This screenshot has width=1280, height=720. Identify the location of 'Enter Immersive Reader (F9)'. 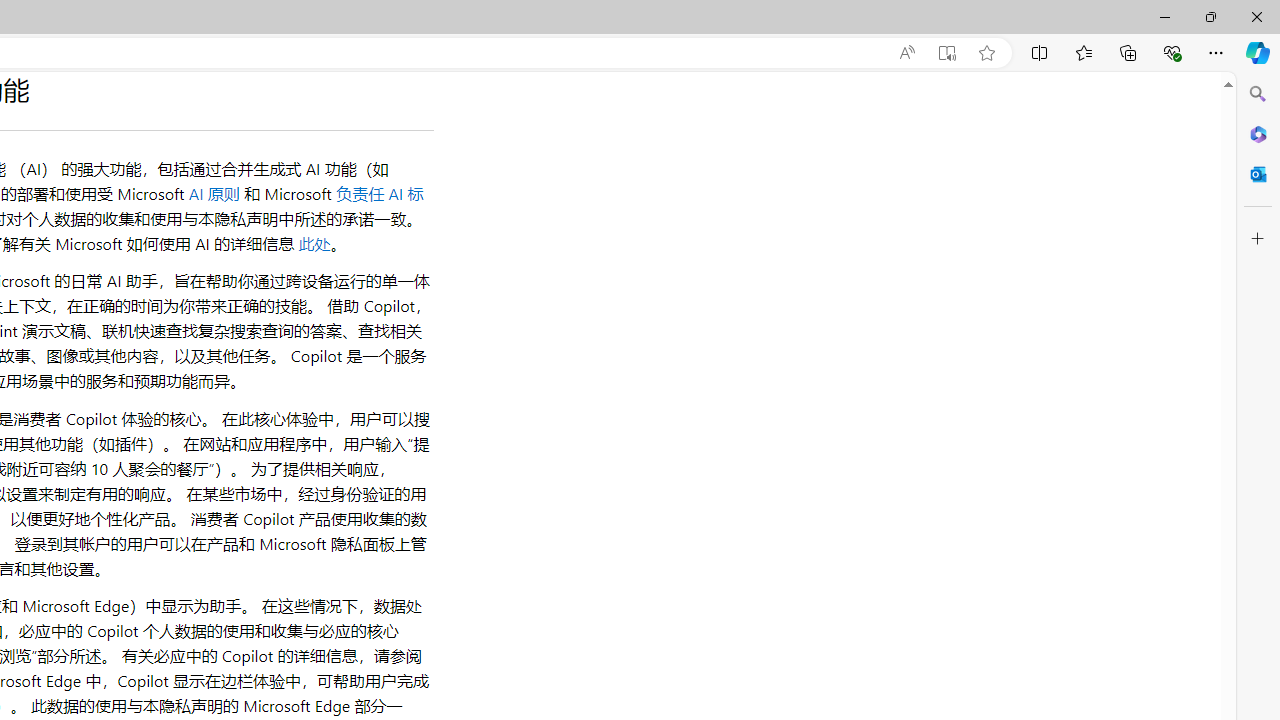
(945, 52).